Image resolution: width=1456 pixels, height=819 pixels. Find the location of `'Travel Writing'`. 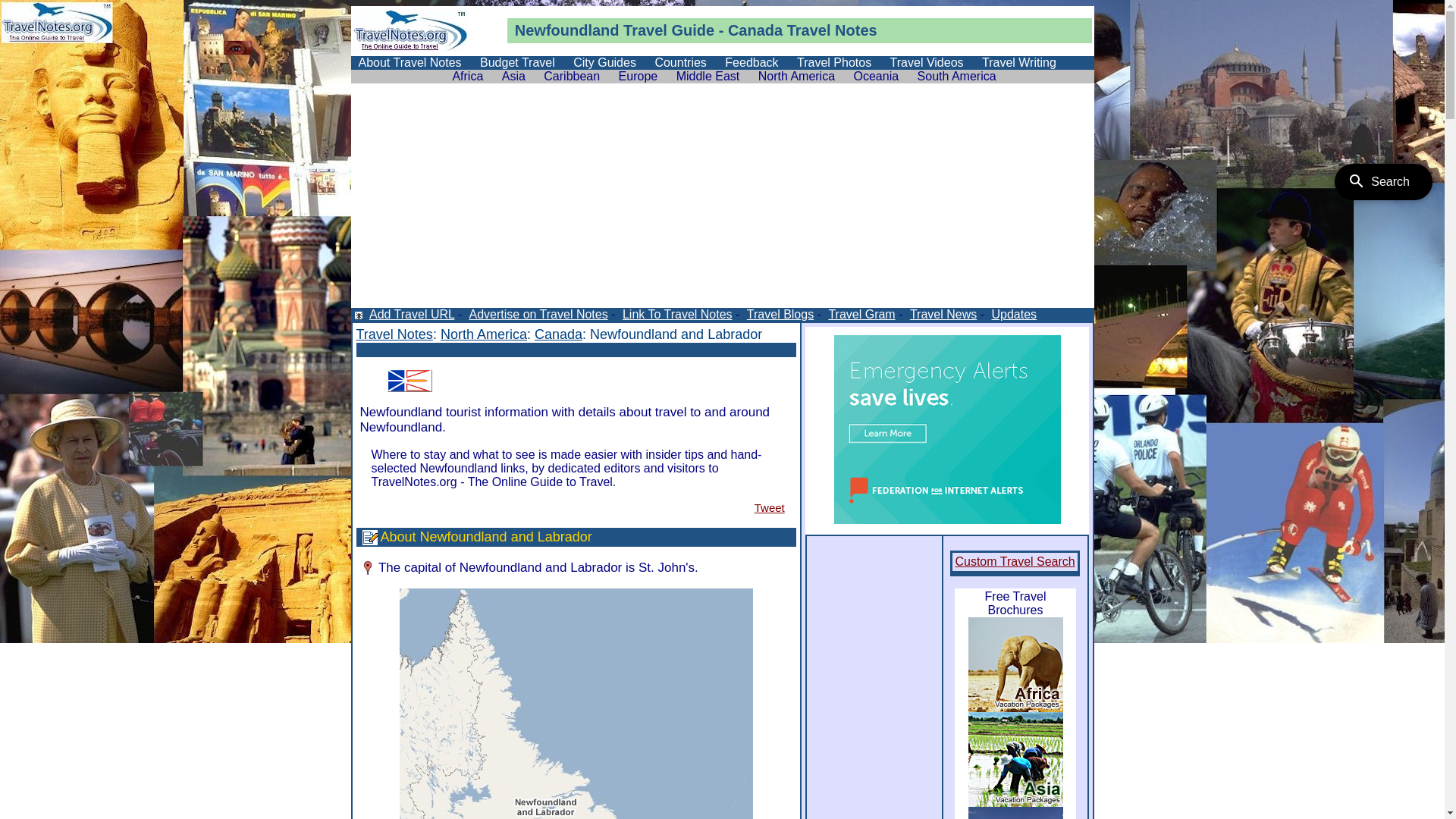

'Travel Writing' is located at coordinates (974, 61).